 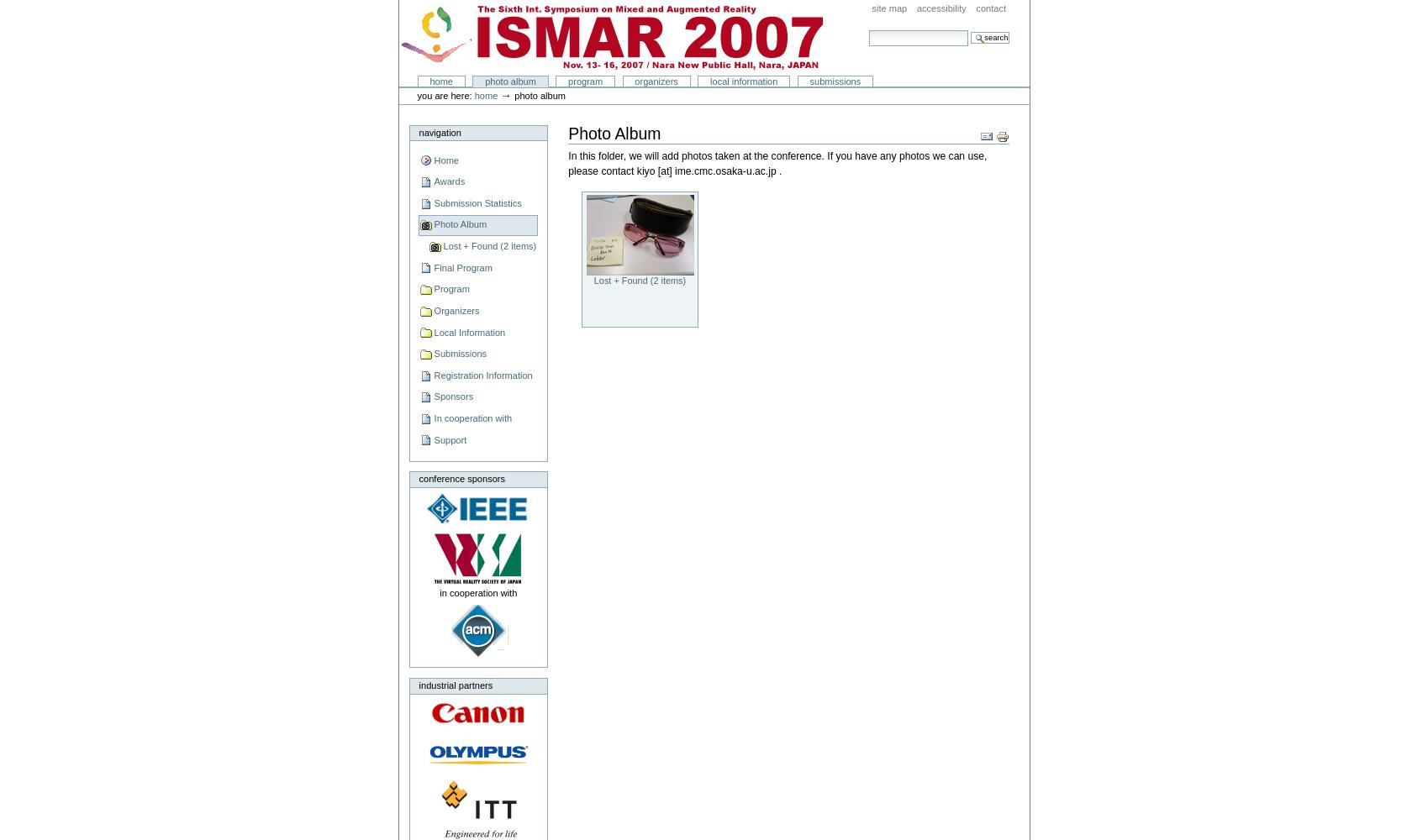 I want to click on 'Submission Statistics', so click(x=477, y=202).